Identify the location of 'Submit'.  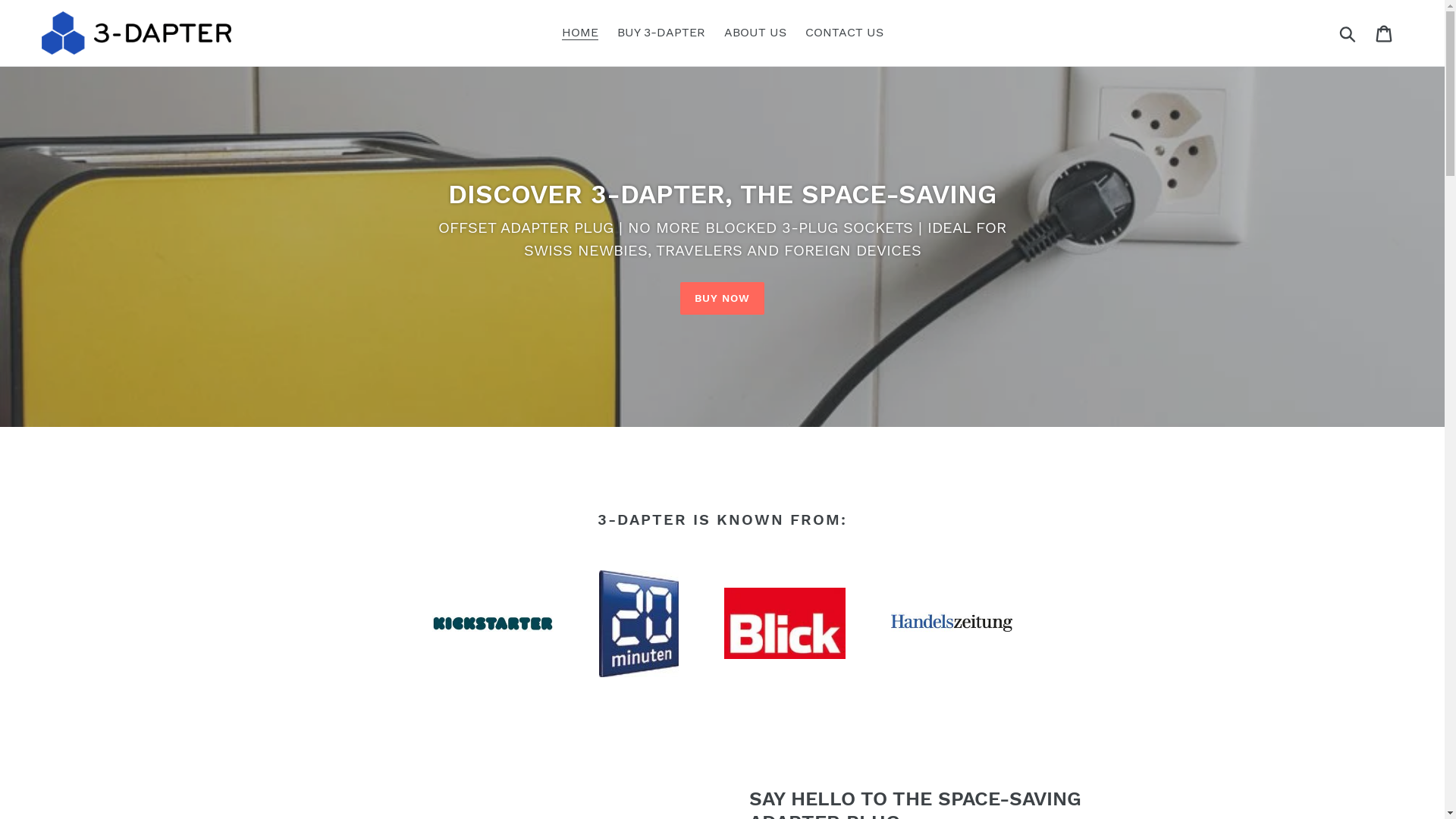
(1348, 32).